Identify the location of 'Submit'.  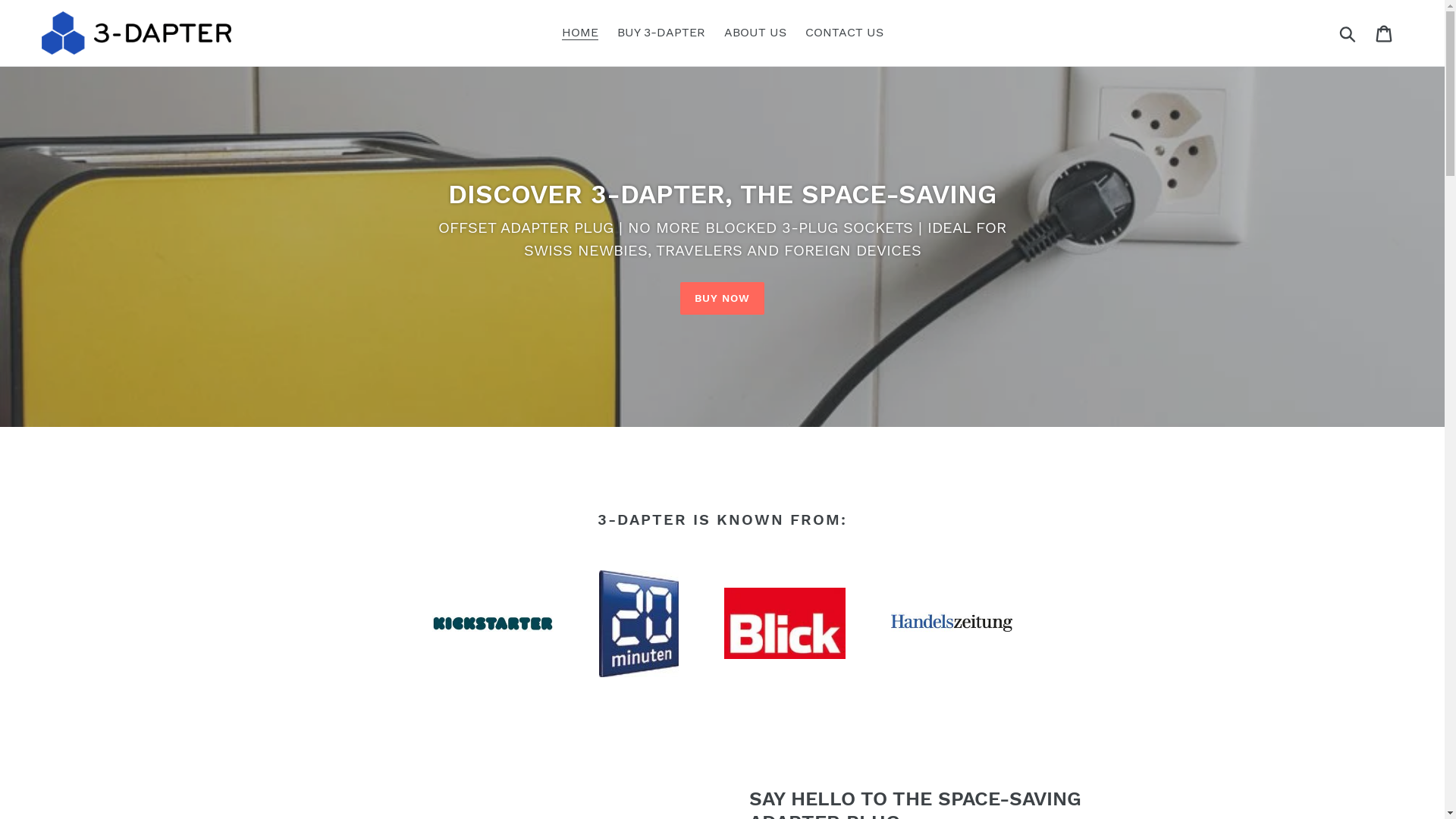
(1348, 32).